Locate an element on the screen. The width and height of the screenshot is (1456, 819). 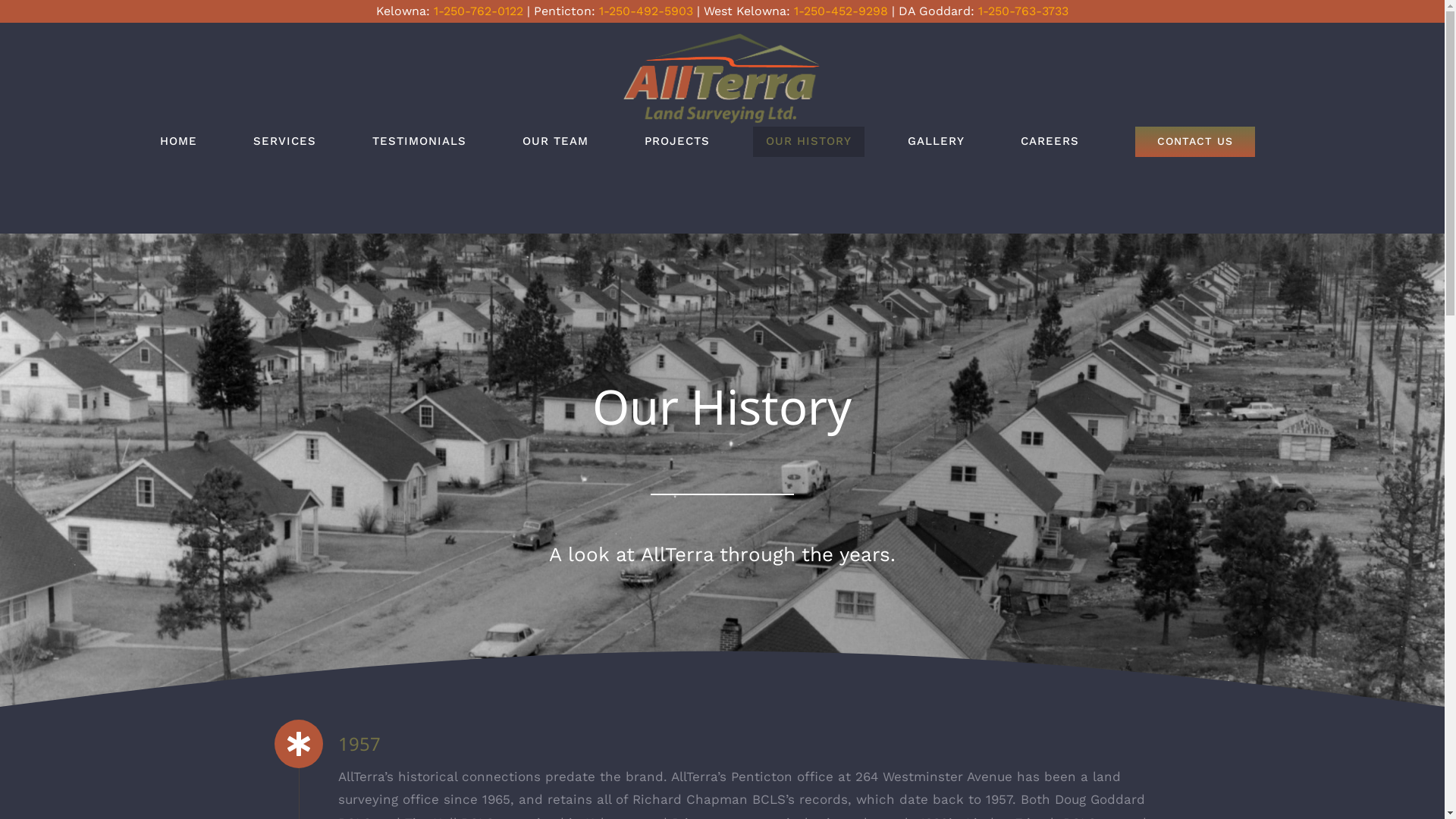
'OUR HISTORY' is located at coordinates (807, 141).